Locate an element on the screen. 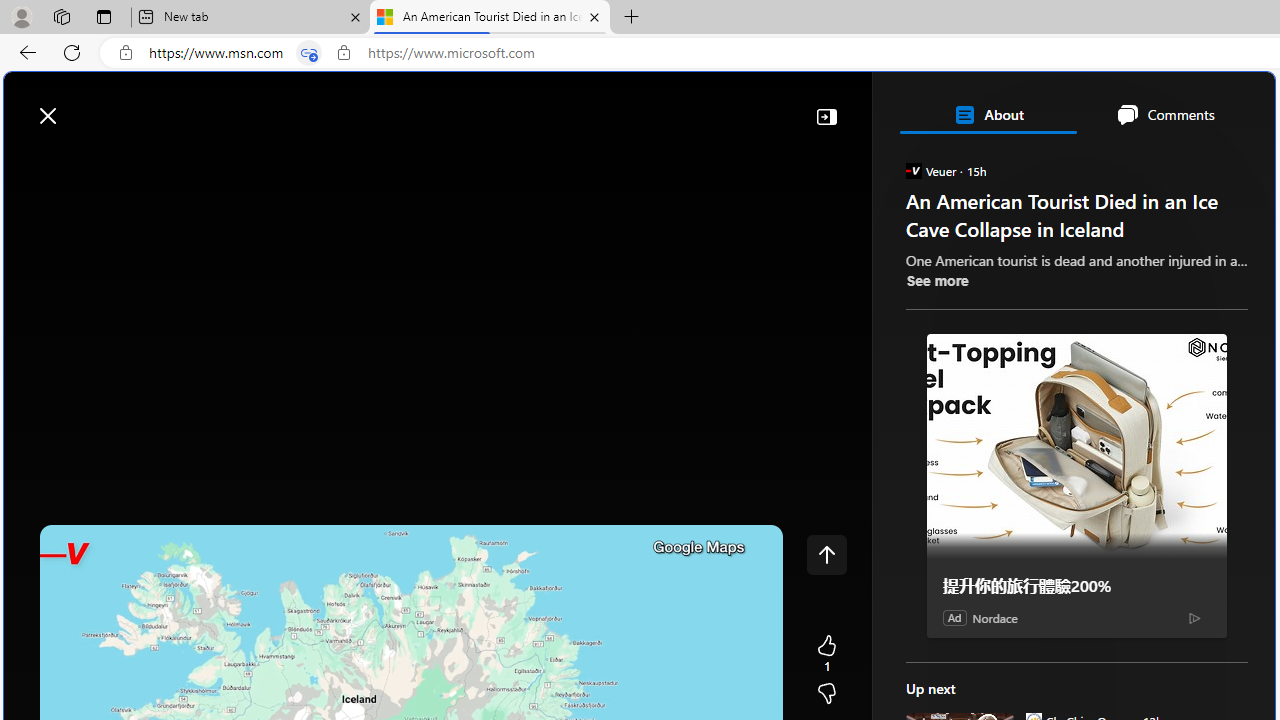  'Comments' is located at coordinates (1165, 114).